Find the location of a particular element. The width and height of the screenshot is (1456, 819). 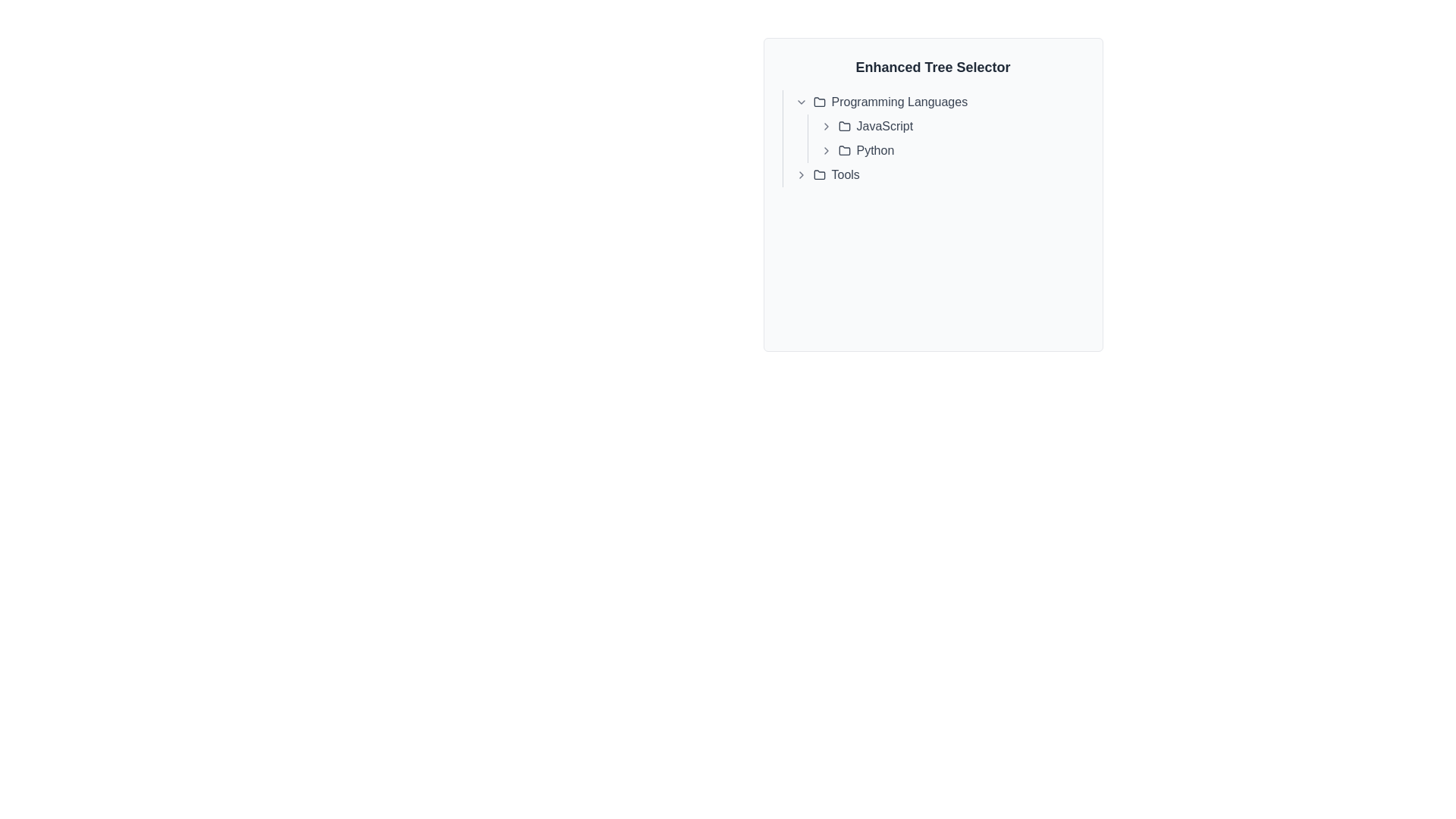

the small folder icon located next to the 'JavaScript' text label in the 'Enhanced Tree Selector' component is located at coordinates (843, 125).